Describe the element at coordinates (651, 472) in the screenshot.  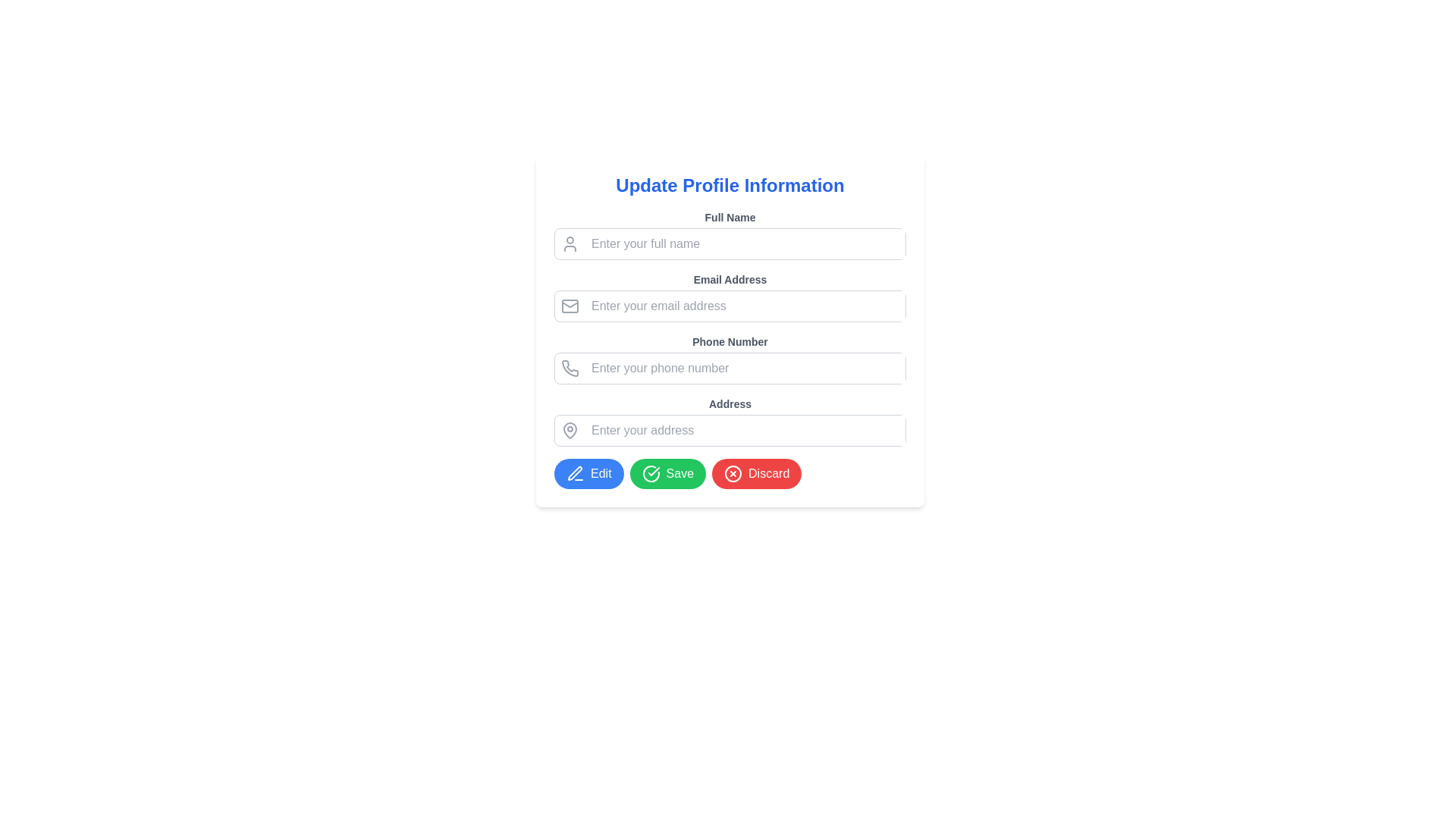
I see `properties of the circular checkmark icon located to the left of the 'Save' button, which is part of the button's visual composition` at that location.